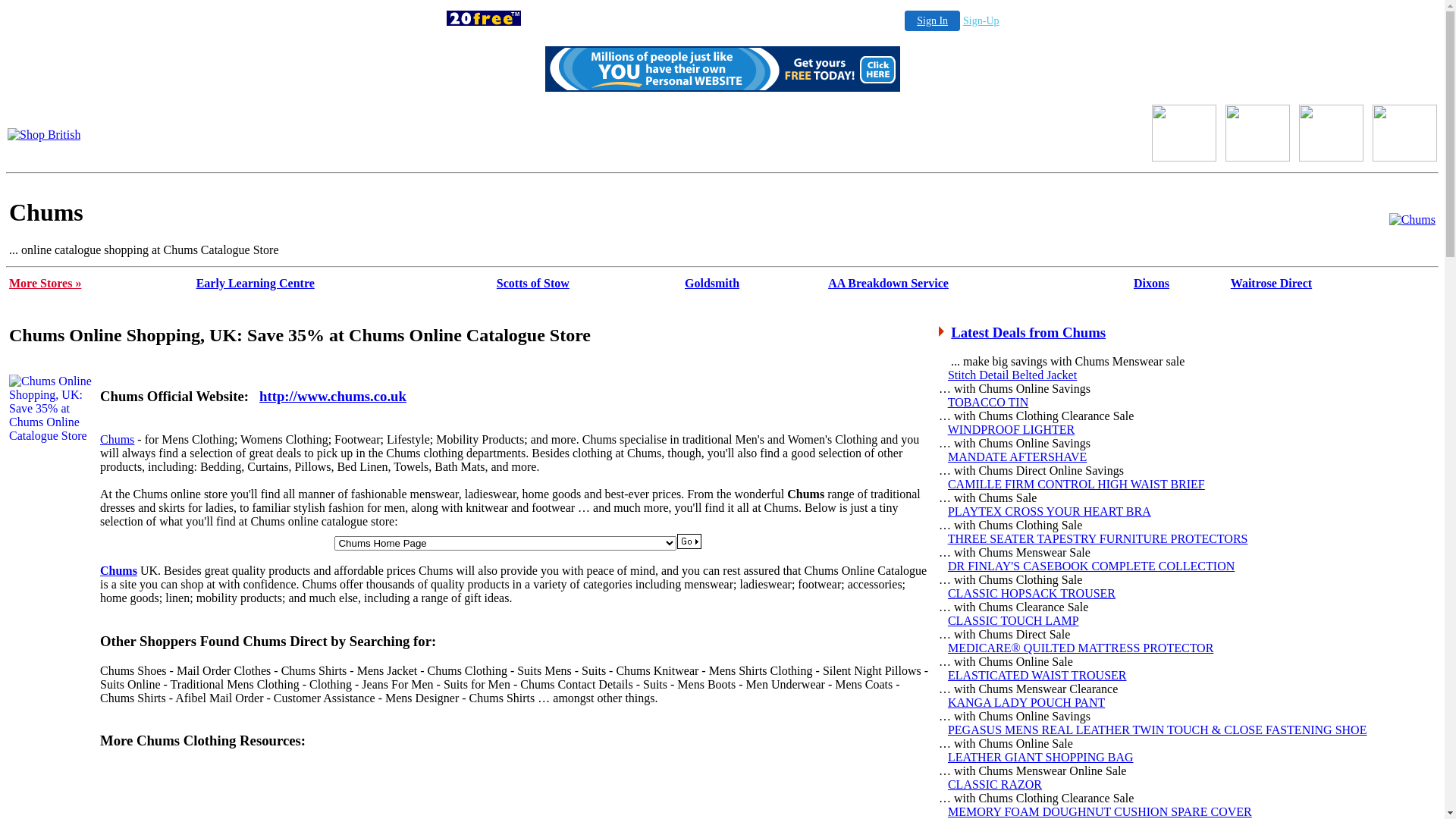 Image resolution: width=1456 pixels, height=819 pixels. I want to click on 'Waitrose Direct', so click(1230, 283).